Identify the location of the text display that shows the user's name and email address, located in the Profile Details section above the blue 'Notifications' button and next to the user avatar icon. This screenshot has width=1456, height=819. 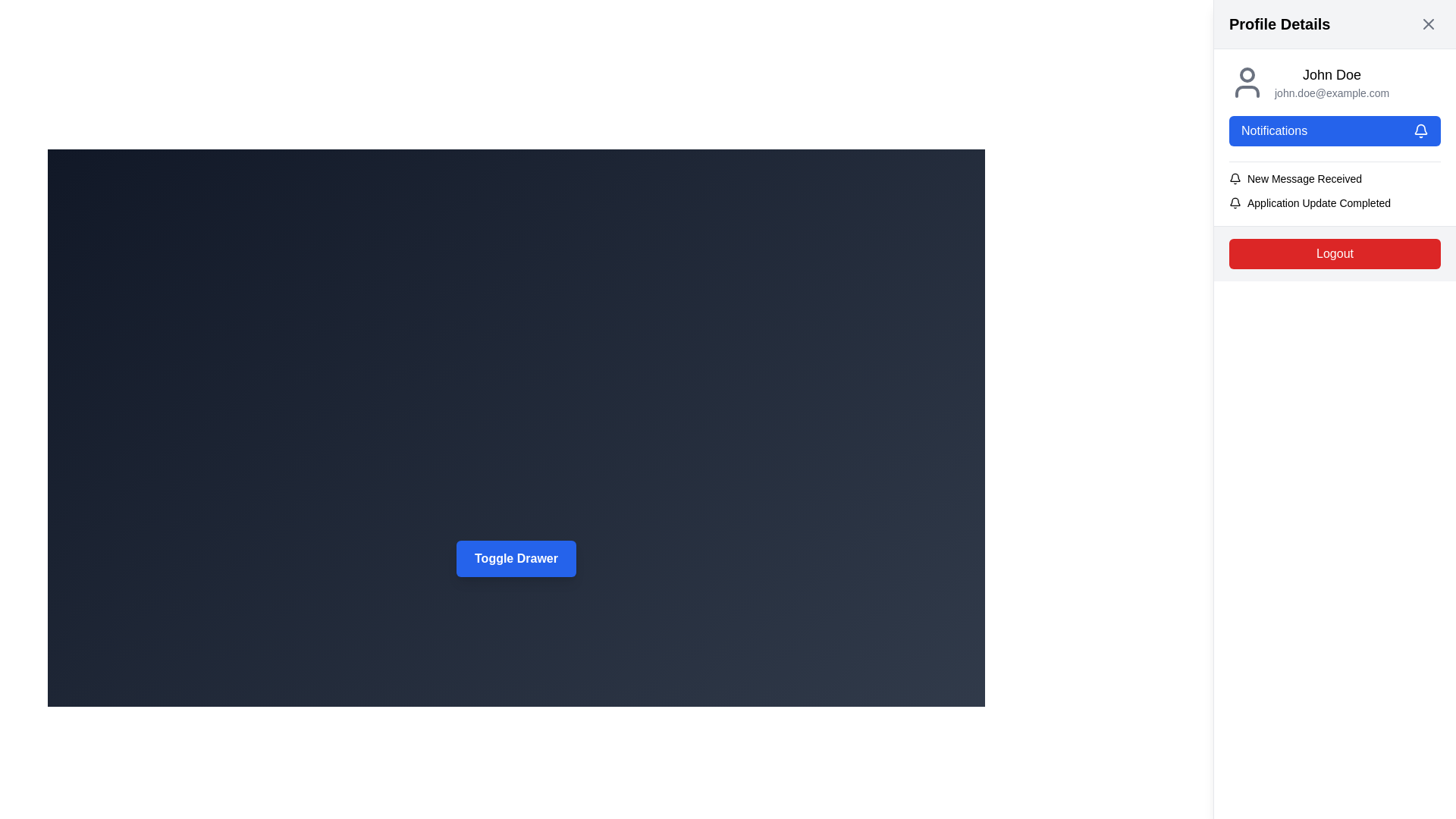
(1331, 82).